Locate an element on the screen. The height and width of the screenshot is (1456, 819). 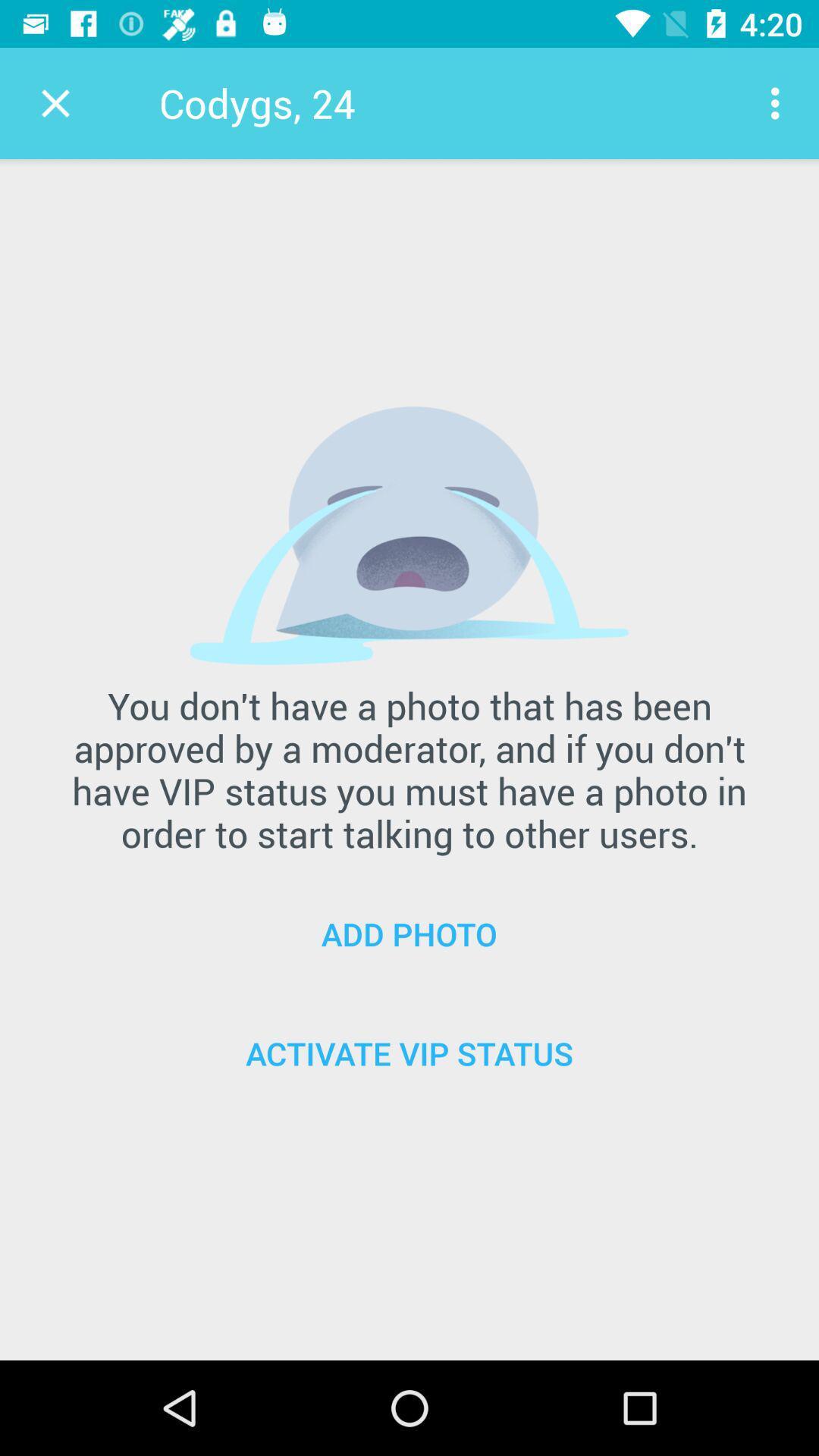
item to the left of codygs, 24 item is located at coordinates (55, 102).